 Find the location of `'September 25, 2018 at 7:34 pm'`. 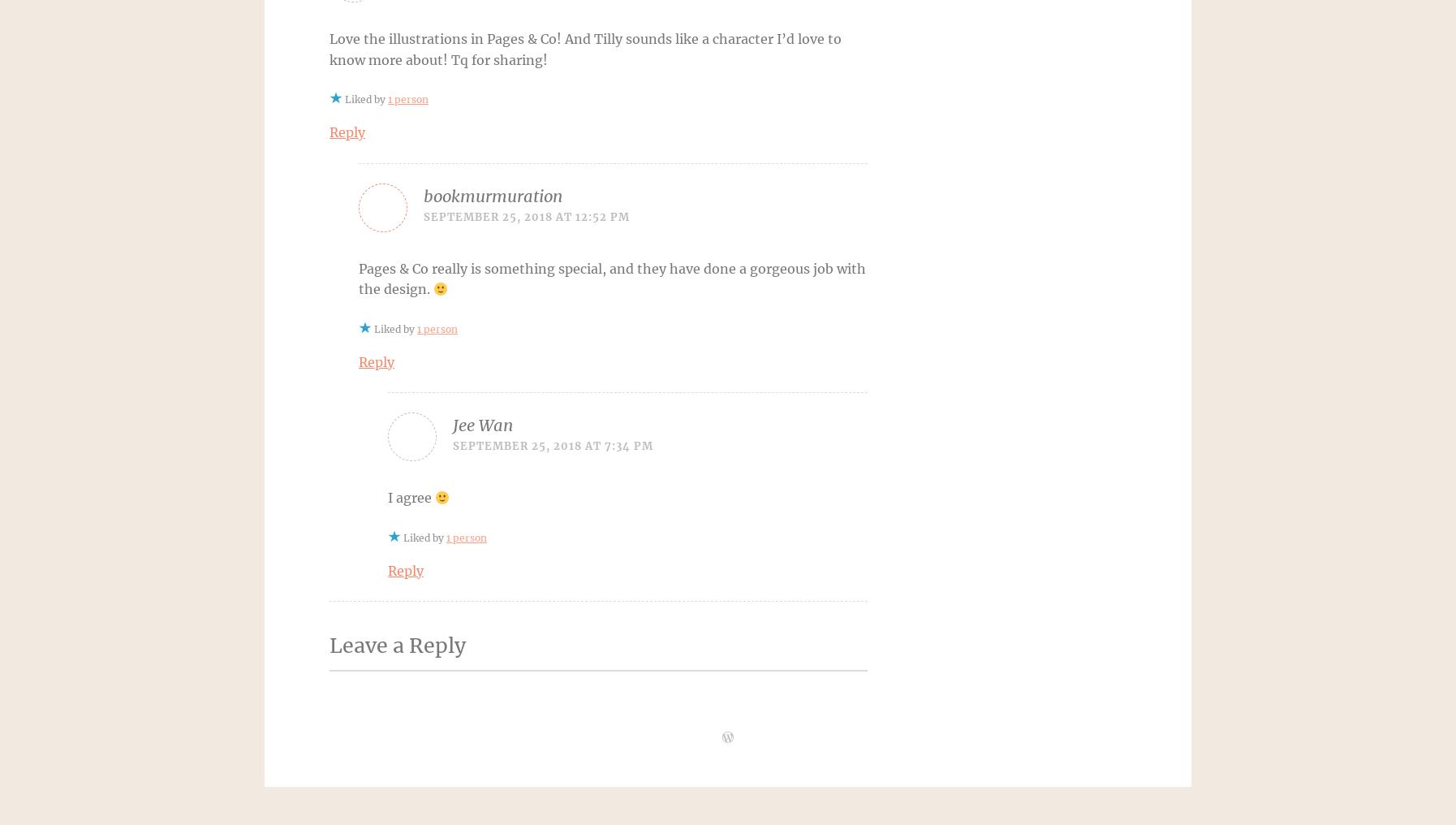

'September 25, 2018 at 7:34 pm' is located at coordinates (553, 445).